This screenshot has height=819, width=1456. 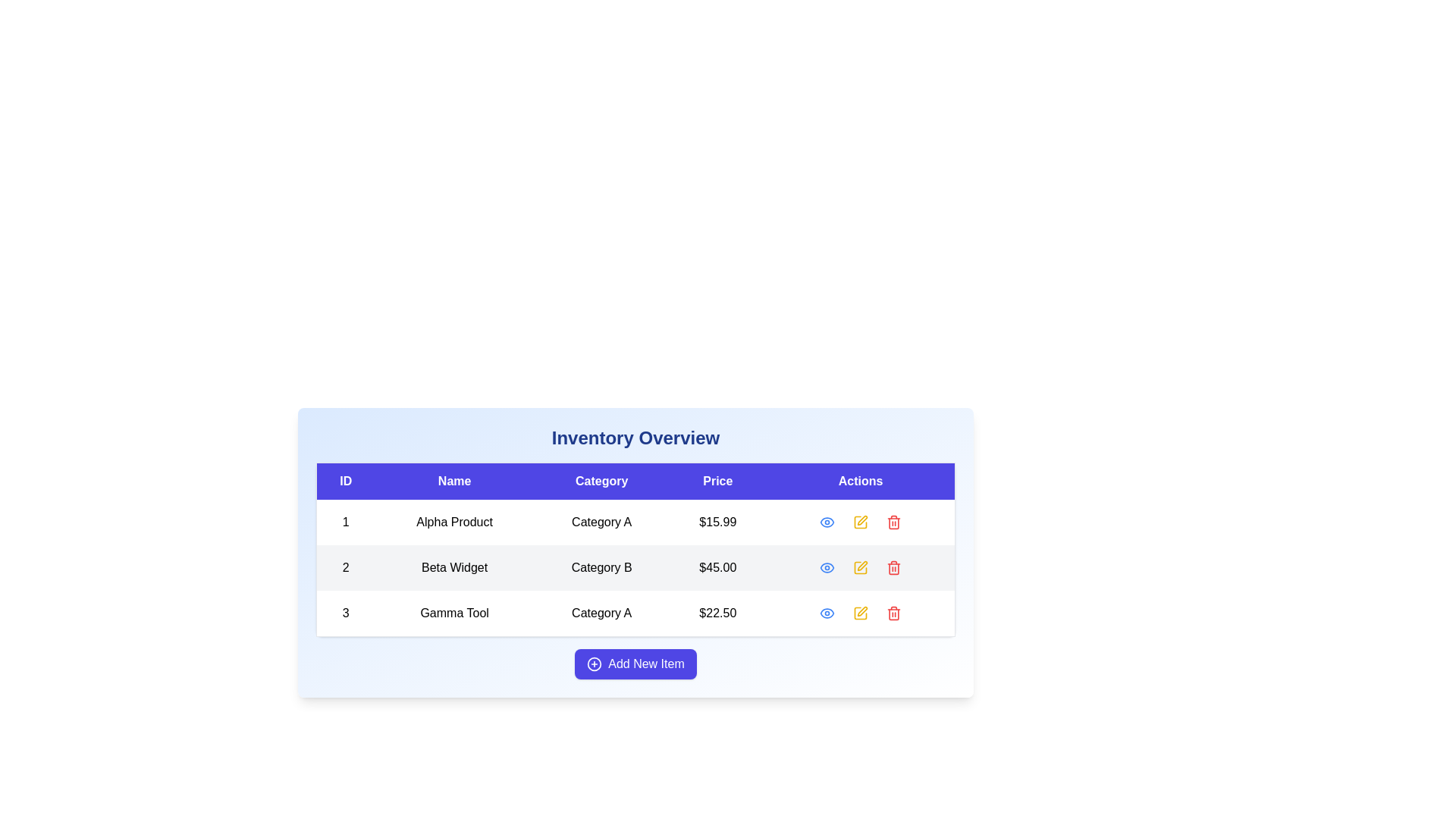 What do you see at coordinates (894, 522) in the screenshot?
I see `the trash icon in the 'Actions' column of the second row for the 'Beta Widget' in the 'Inventory Overview' table` at bounding box center [894, 522].